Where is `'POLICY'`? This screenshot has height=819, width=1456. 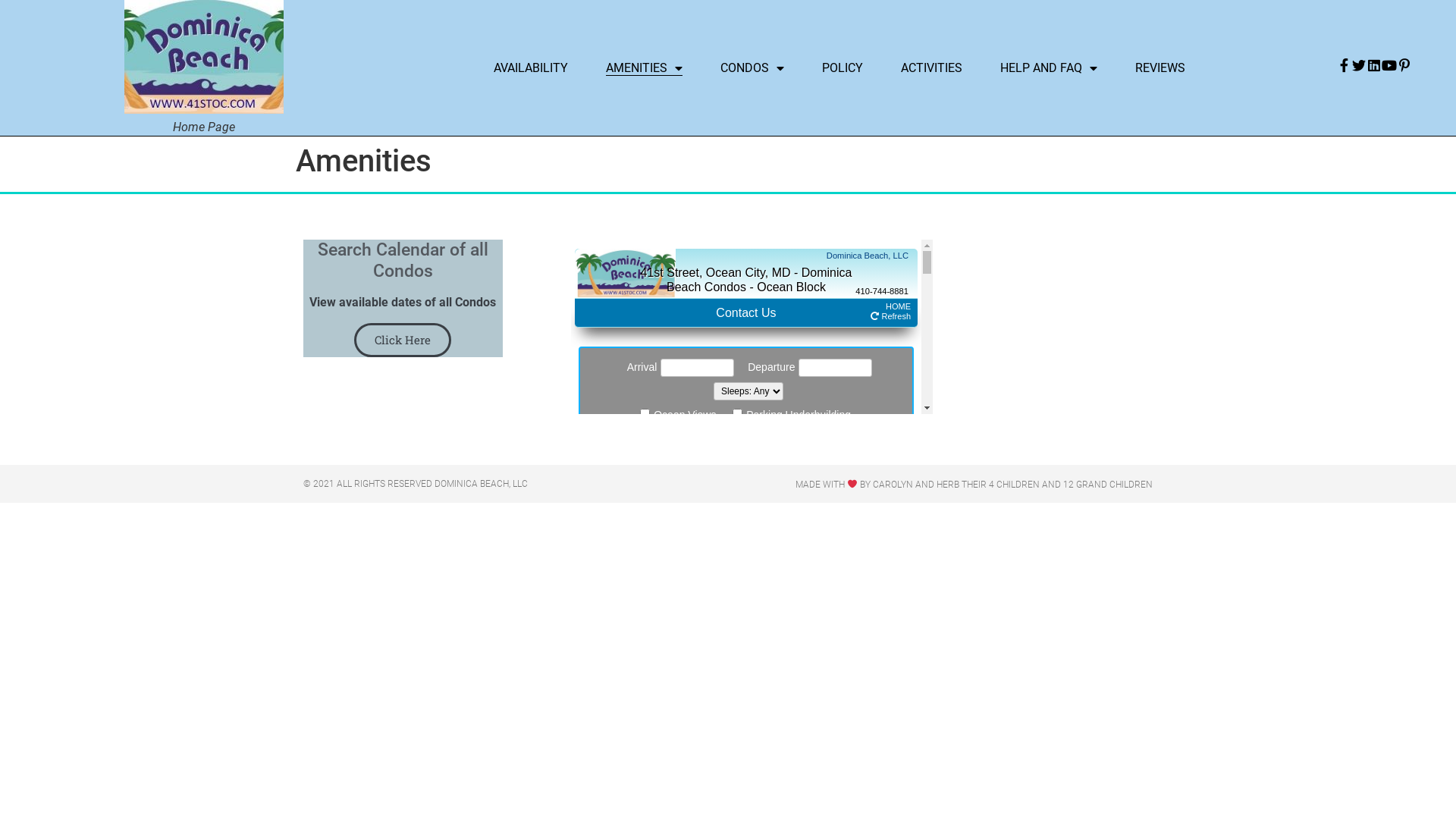
'POLICY' is located at coordinates (841, 67).